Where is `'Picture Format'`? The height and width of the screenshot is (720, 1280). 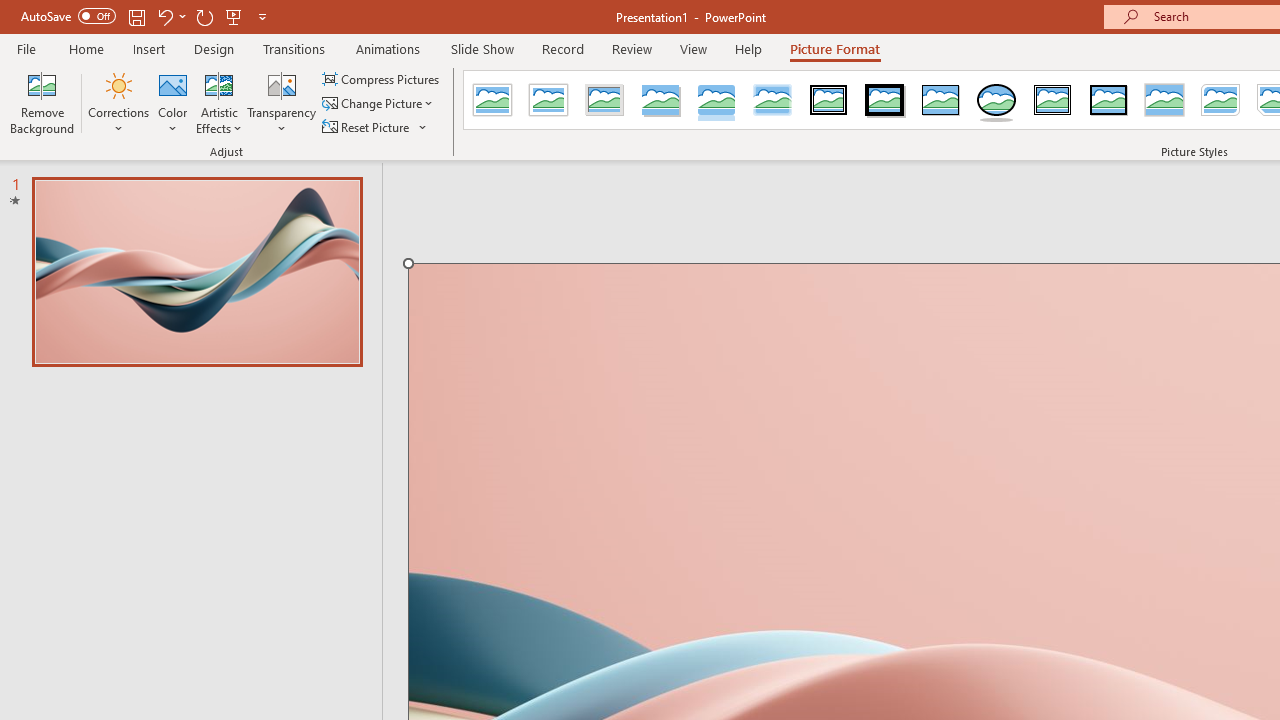
'Picture Format' is located at coordinates (835, 48).